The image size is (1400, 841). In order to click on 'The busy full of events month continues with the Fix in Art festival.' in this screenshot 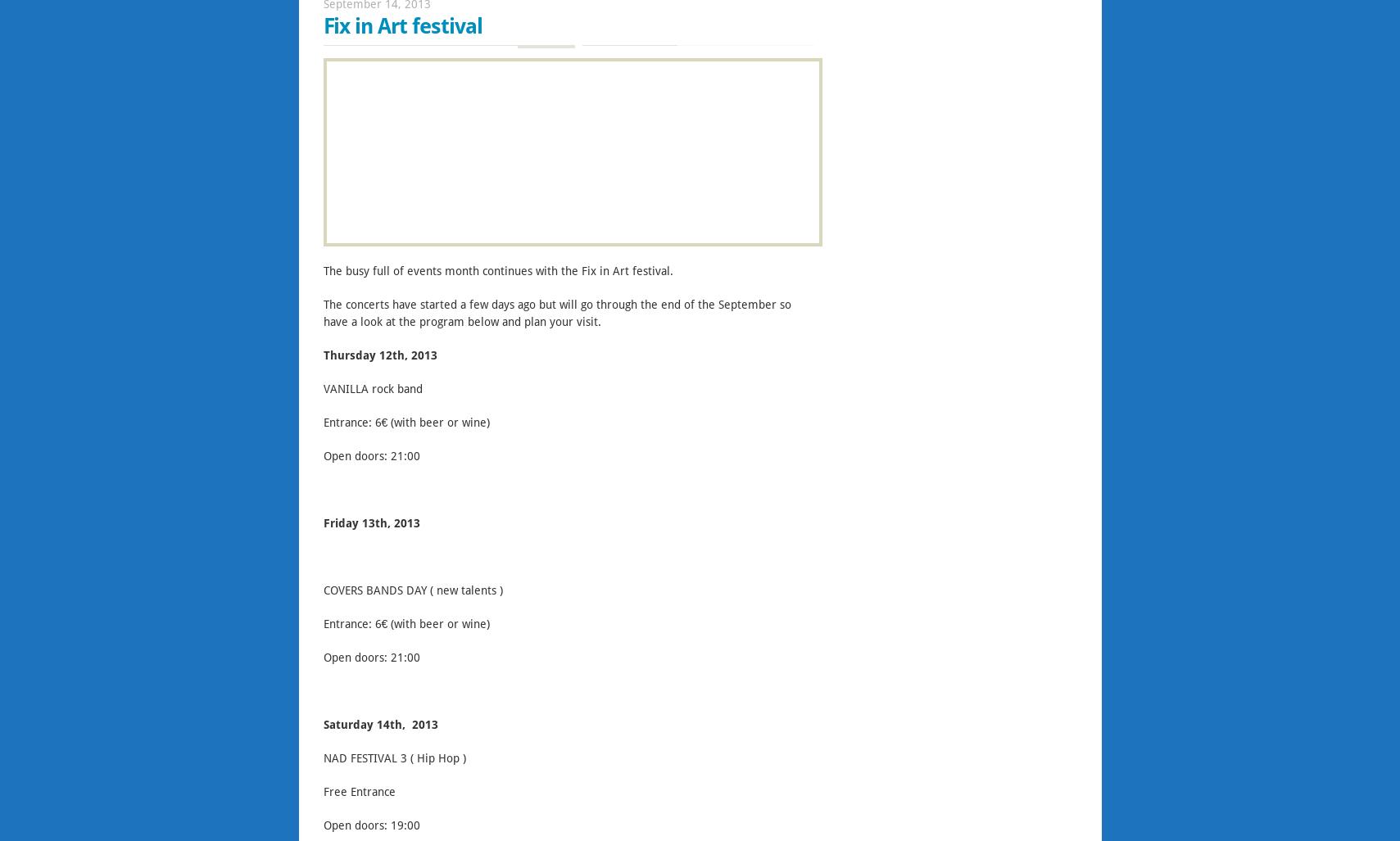, I will do `click(496, 271)`.